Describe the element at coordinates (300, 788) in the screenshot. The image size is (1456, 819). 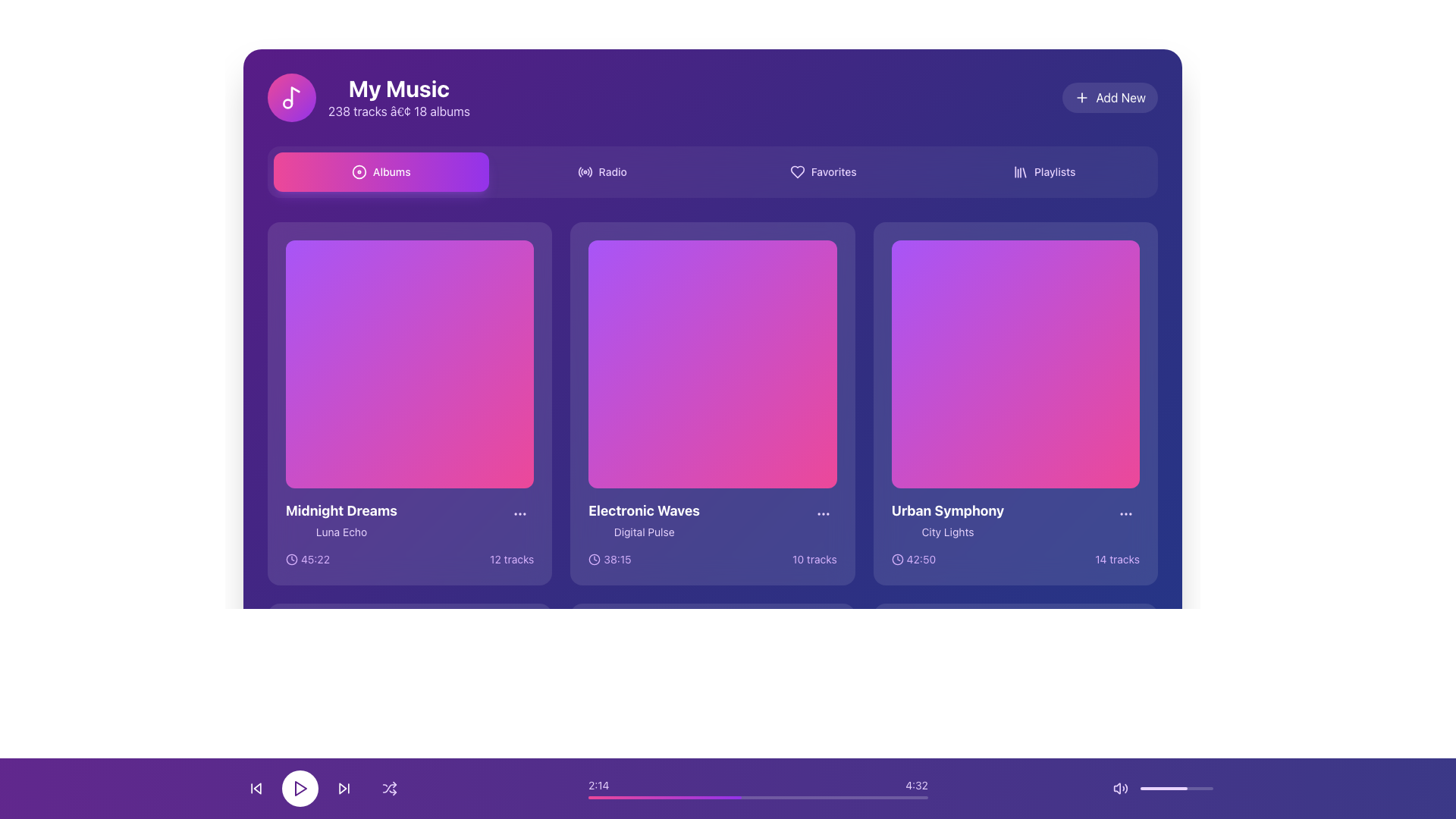
I see `the circular button with a white background and purple play icon, positioned centrally in the bottom row of controls` at that location.